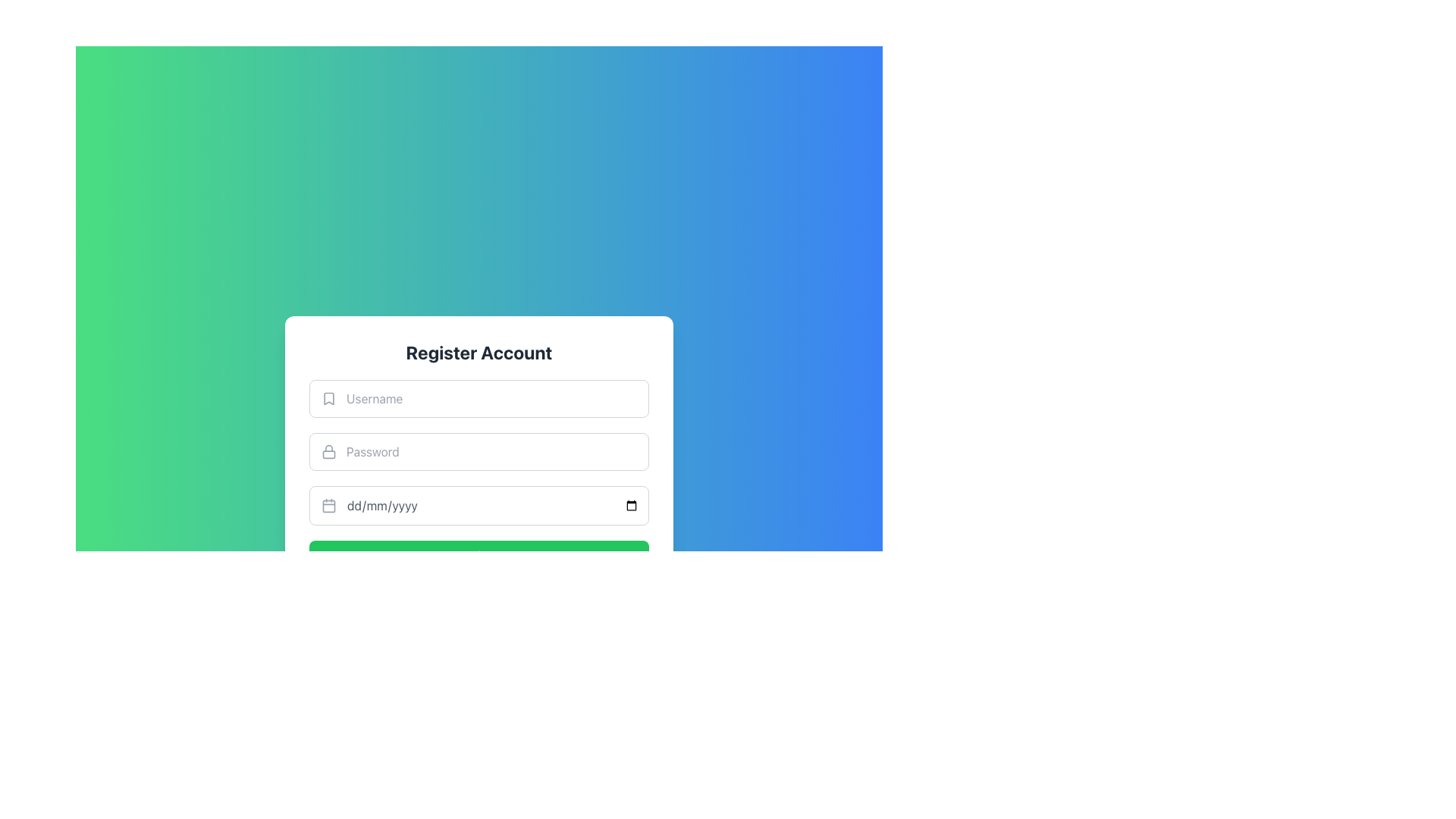 The image size is (1456, 819). Describe the element at coordinates (328, 397) in the screenshot. I see `the small gray bookmark icon located to the left of the placeholder text 'Username' in the username input field` at that location.